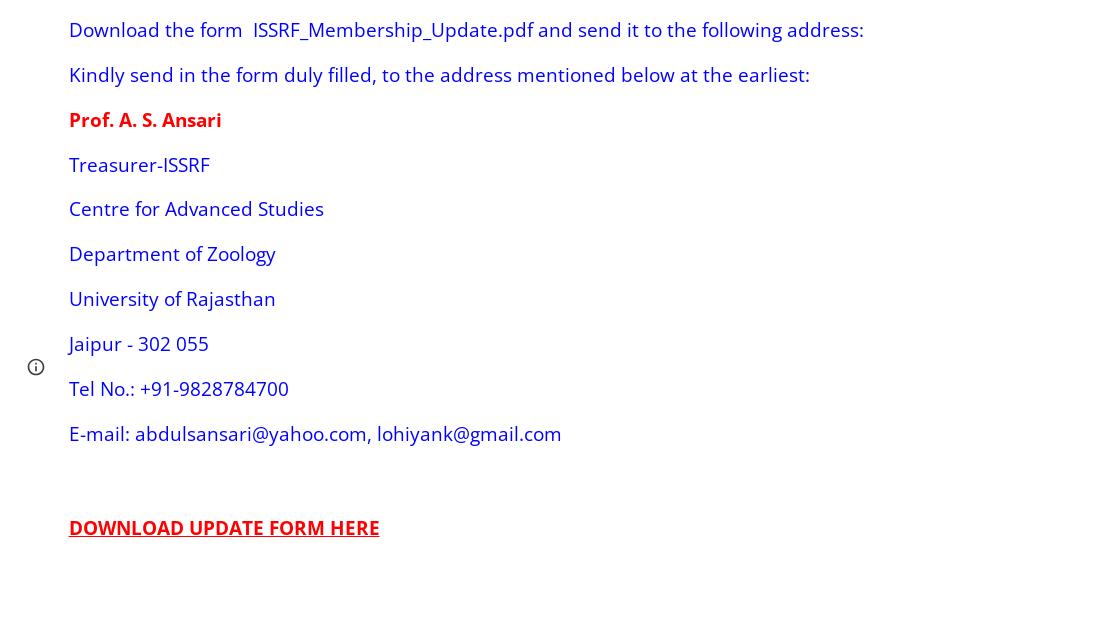 The width and height of the screenshot is (1100, 617). I want to click on 'Prof', so click(88, 117).